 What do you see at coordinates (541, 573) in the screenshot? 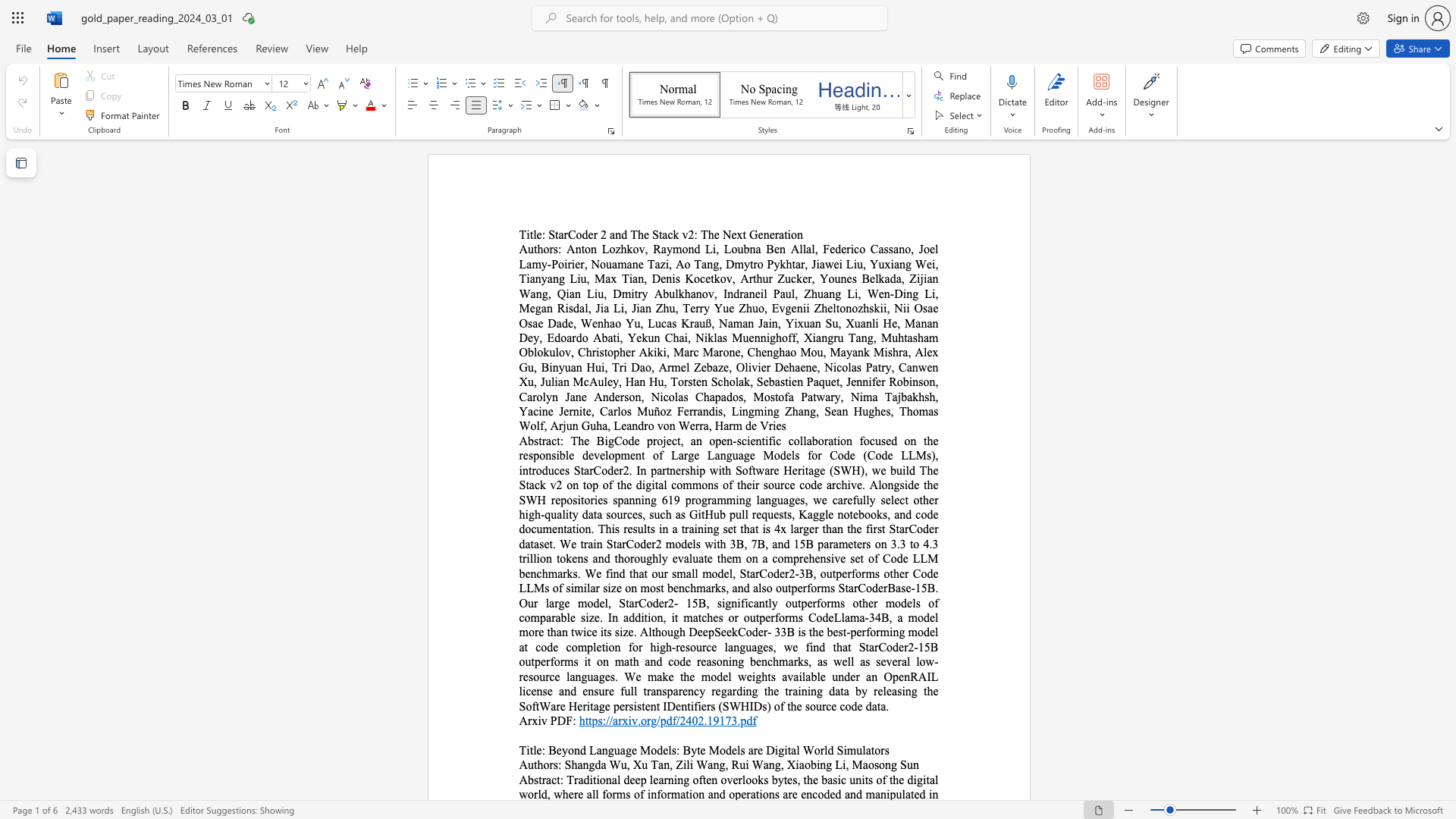
I see `the subset text "hmarks. We find tha" within the text "The BigCode project, an open-scientific collaboration focused on the responsible development of Large Language Models for Code (Code LLMs), introduces StarCoder2. In partnership with Software Heritage (SWH), we build The Stack v2 on top of the digital commons of their source code archive. Alongside the SWH repositories spanning 619 programming languages, we carefully select other high-quality data sources, such as GitHub pull requests, Kaggle notebooks, and code documentation. This results in a training set that is 4x larger than the first StarCoder dataset. We train StarCoder2 models with 3B, 7B, and 15B parameters on 3.3 to 4.3 trillion tokens and thoroughly evaluate them on a comprehensive set of Code LLM benchmarks. We find that our small model, StarCoder2-3B, outperforms other Code LLMs of similar size on most benchmarks, and also outperforms StarCoderBase-15B. Our large model, StarCoder2- 15B, significantly outperforms other models of comparable size. In addition, it matches or outperforms CodeLlama-34B, a model more than twice its size. Although DeepSeekCoder- 33B is the best-performing model at code completion for high-resource languages, we find that StarCoder2-15B outperforms it on math and code reasoning benchmarks, as well as several low-resource languages. We make the model weights available under an OpenRAIL license and ensure full transparency regarding the training data by releasing the SoftWare Heritage persistent IDentifiers (SWHIDs) of the source code data."` at bounding box center [541, 573].